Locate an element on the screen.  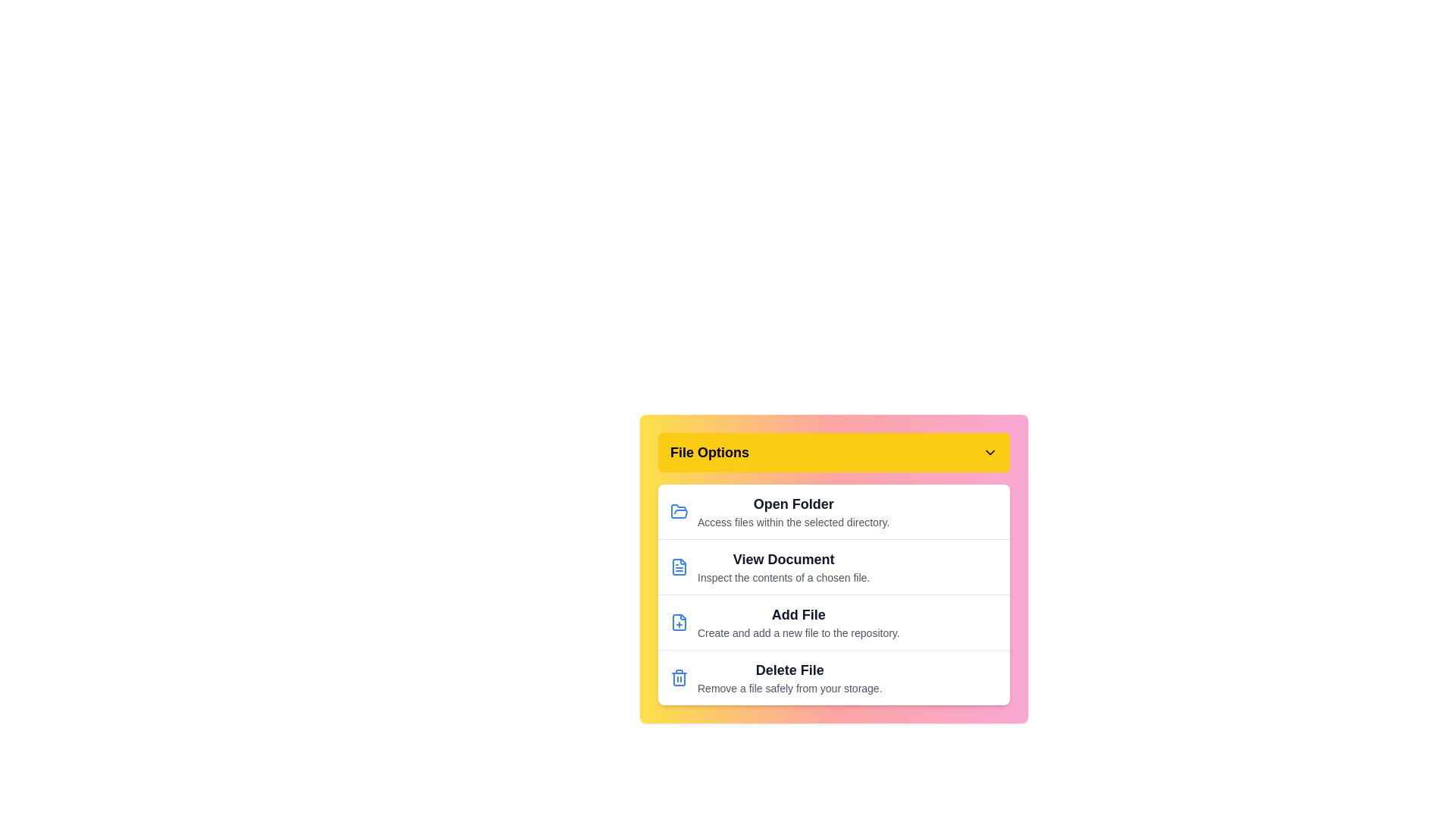
the 'Open Folder' text label, which is a bold and prominent menu option in the 'File Options' section, located at the top of the vertical list of menu items is located at coordinates (792, 504).